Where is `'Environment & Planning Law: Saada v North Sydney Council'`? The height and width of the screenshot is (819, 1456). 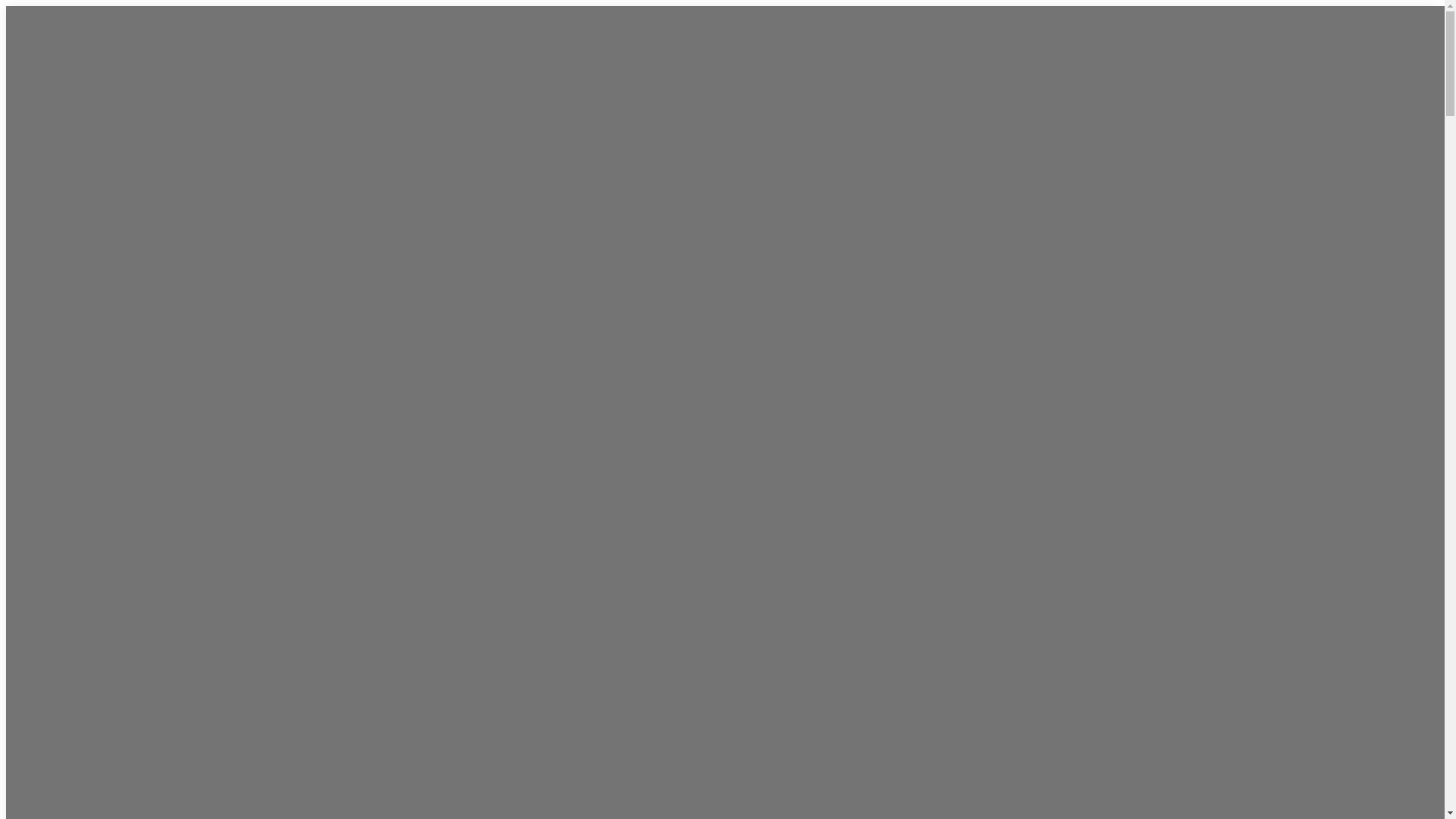 'Environment & Planning Law: Saada v North Sydney Council' is located at coordinates (629, 708).